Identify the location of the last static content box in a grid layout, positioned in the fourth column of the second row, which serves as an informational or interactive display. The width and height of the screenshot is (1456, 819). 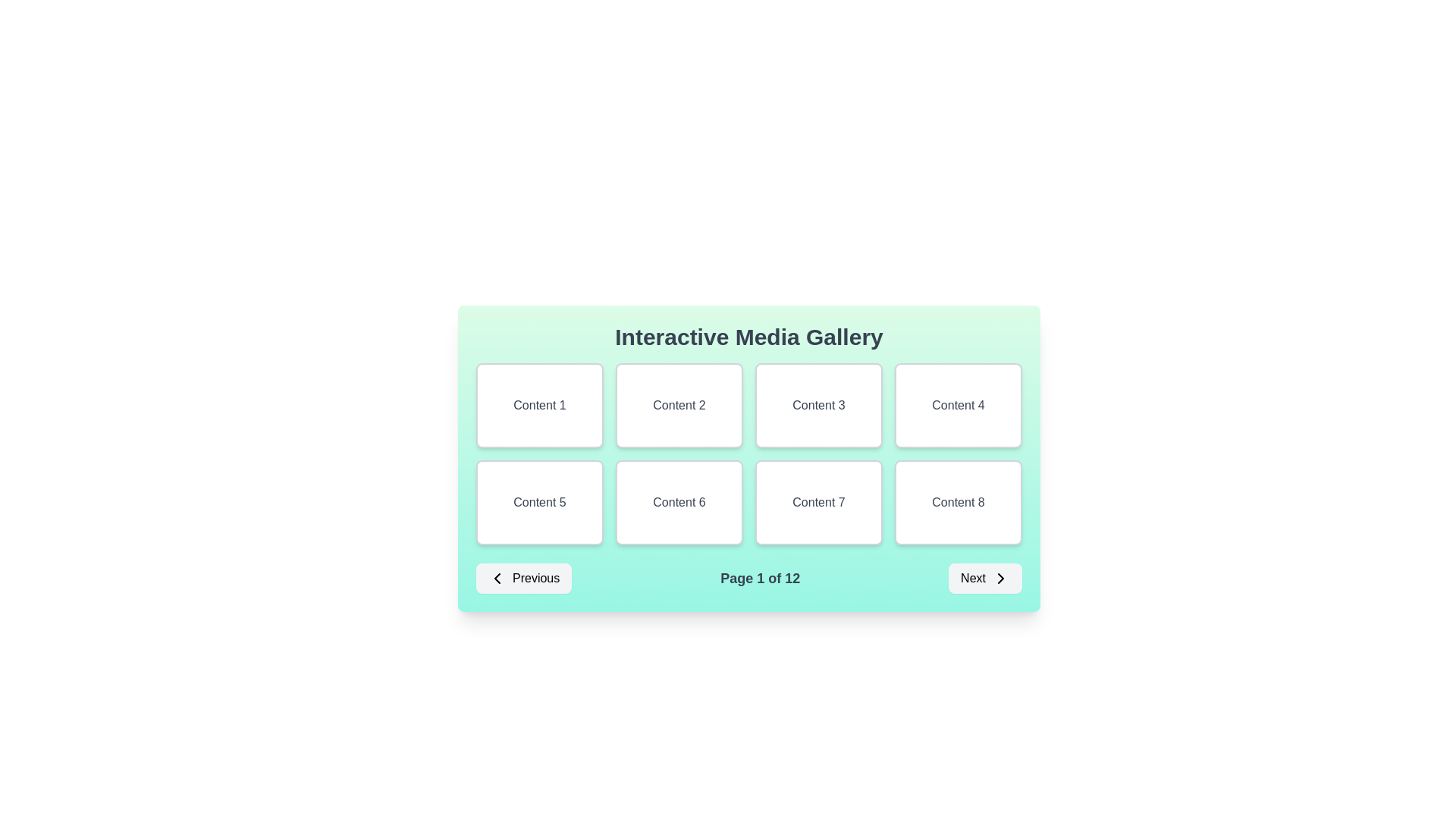
(957, 503).